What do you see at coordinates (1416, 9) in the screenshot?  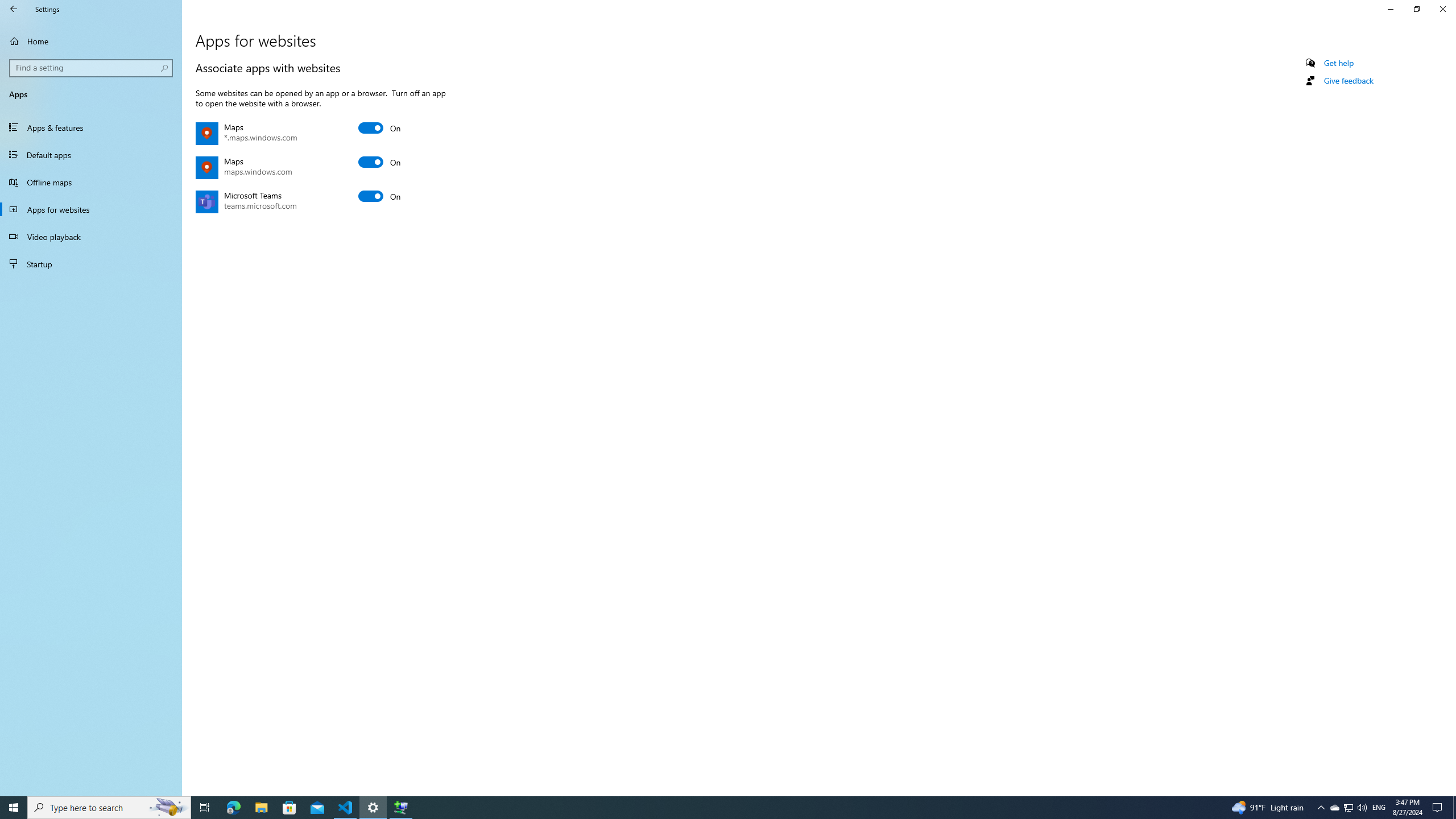 I see `'Restore Settings'` at bounding box center [1416, 9].